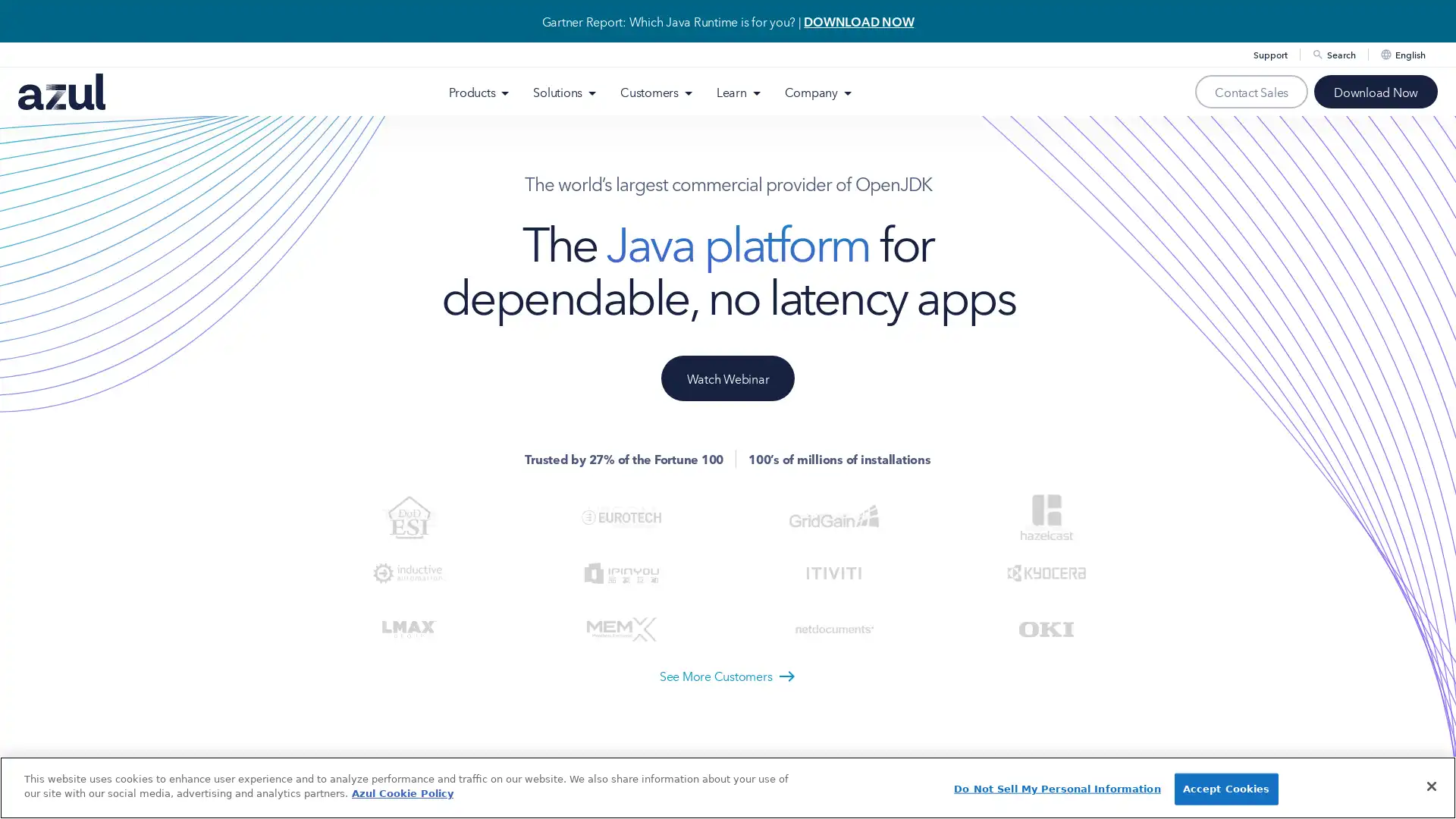 The width and height of the screenshot is (1456, 819). Describe the element at coordinates (1430, 785) in the screenshot. I see `Close` at that location.